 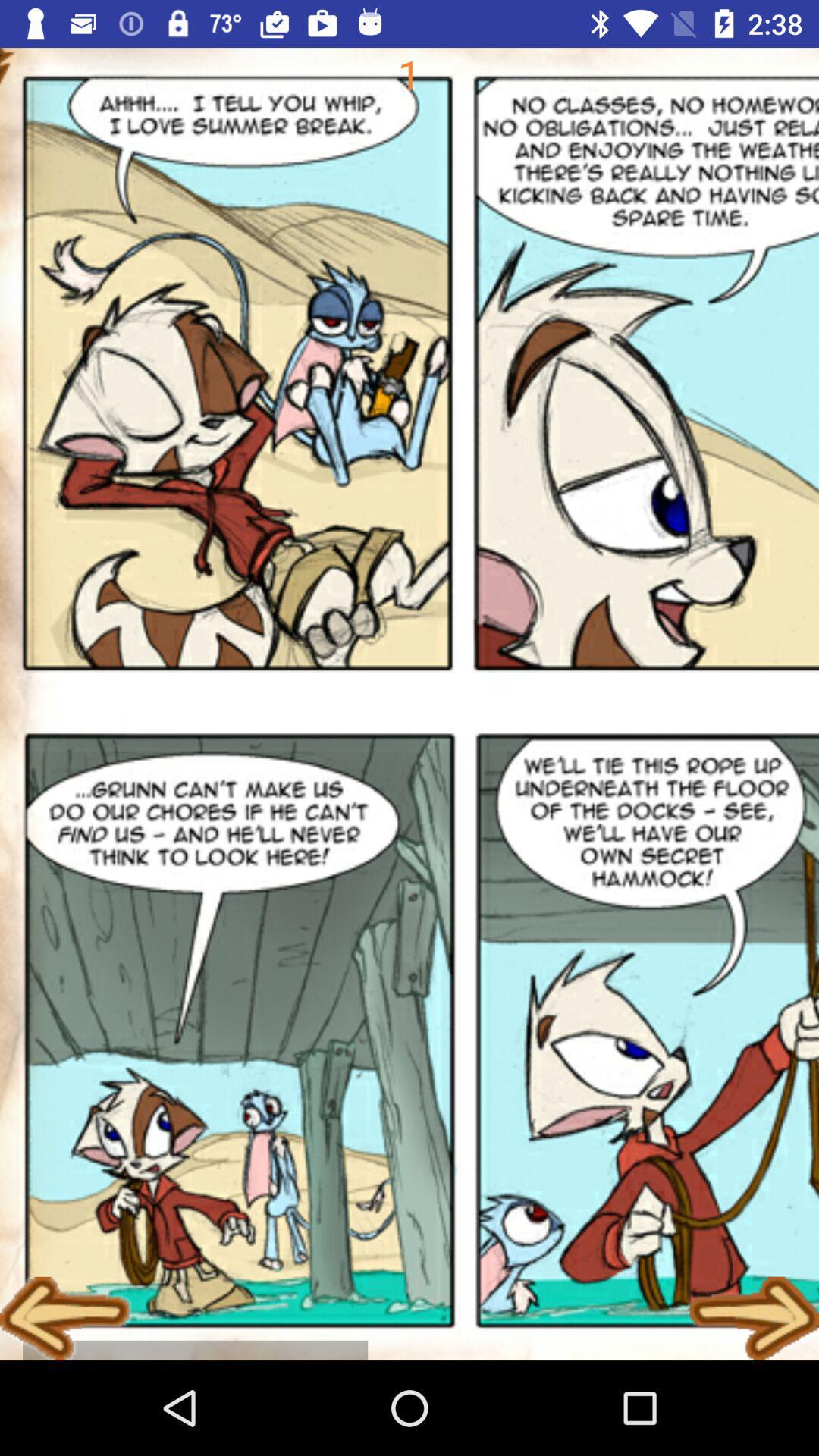 I want to click on the arrow_forward icon, so click(x=753, y=1317).